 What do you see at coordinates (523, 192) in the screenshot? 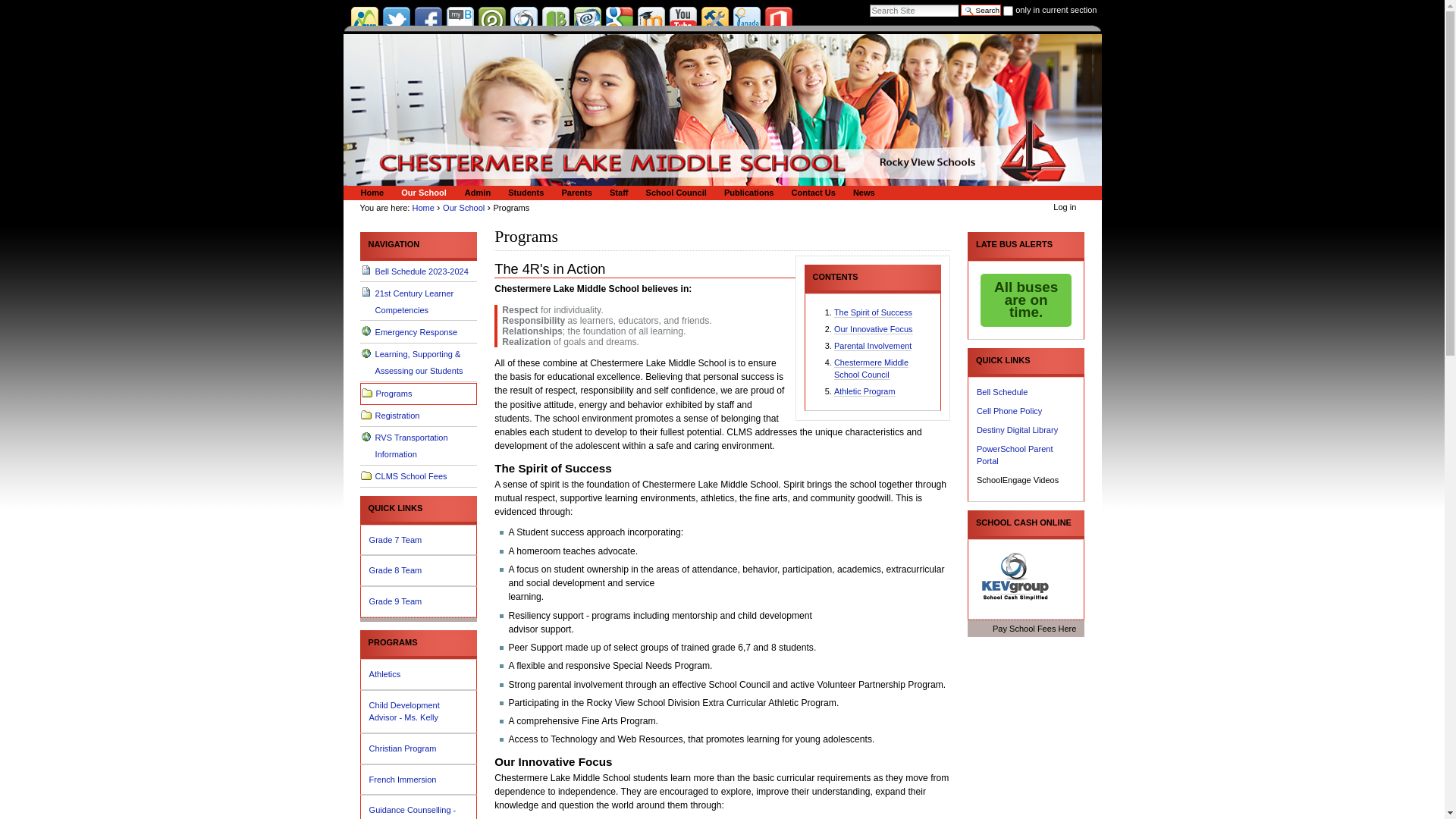
I see `'Students'` at bounding box center [523, 192].